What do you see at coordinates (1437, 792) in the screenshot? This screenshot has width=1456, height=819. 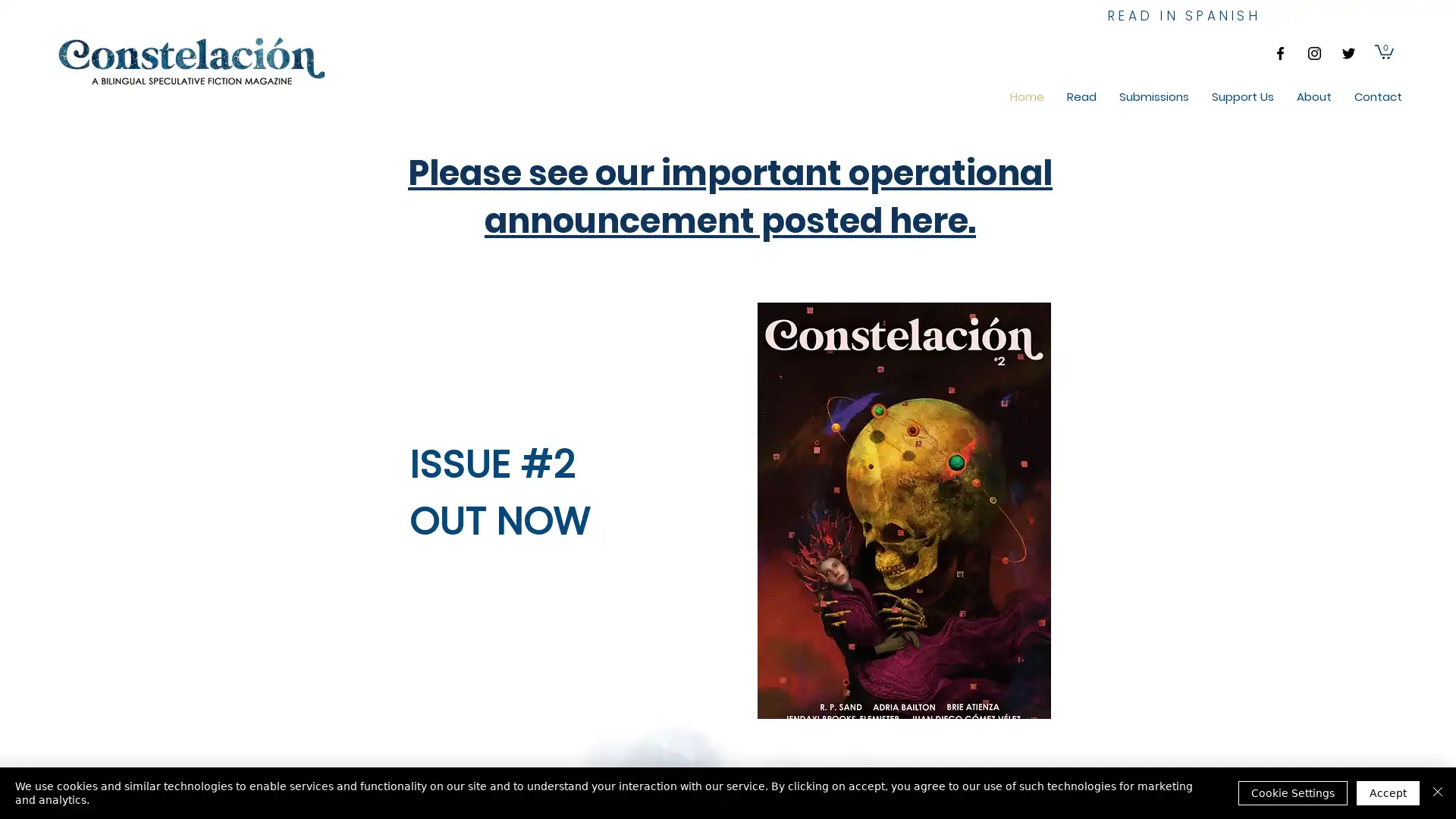 I see `Close` at bounding box center [1437, 792].